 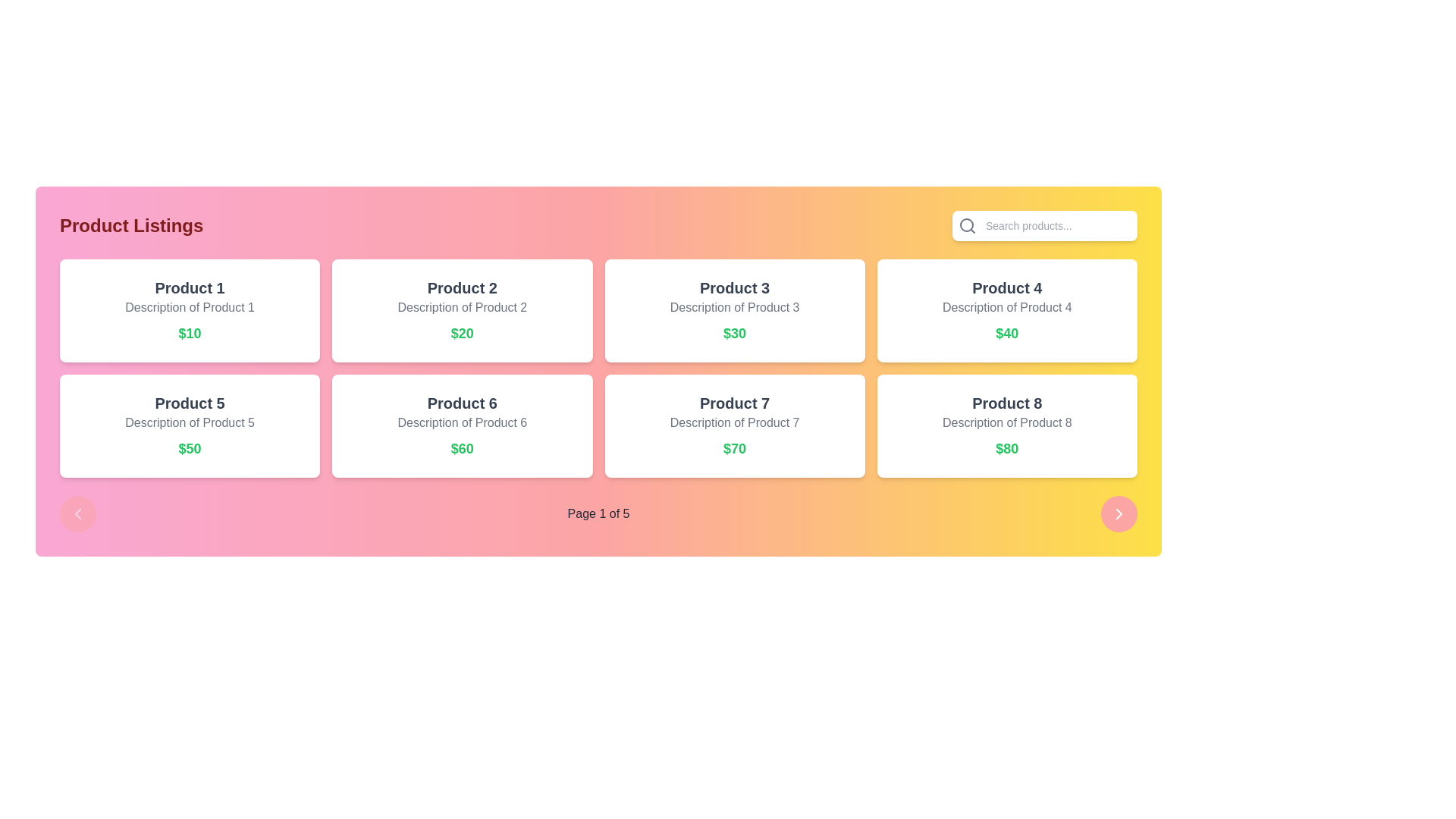 I want to click on the descriptive text label for 'Product 3', which is located below the title and above the price in the top-right section of the grid layout, so click(x=735, y=307).